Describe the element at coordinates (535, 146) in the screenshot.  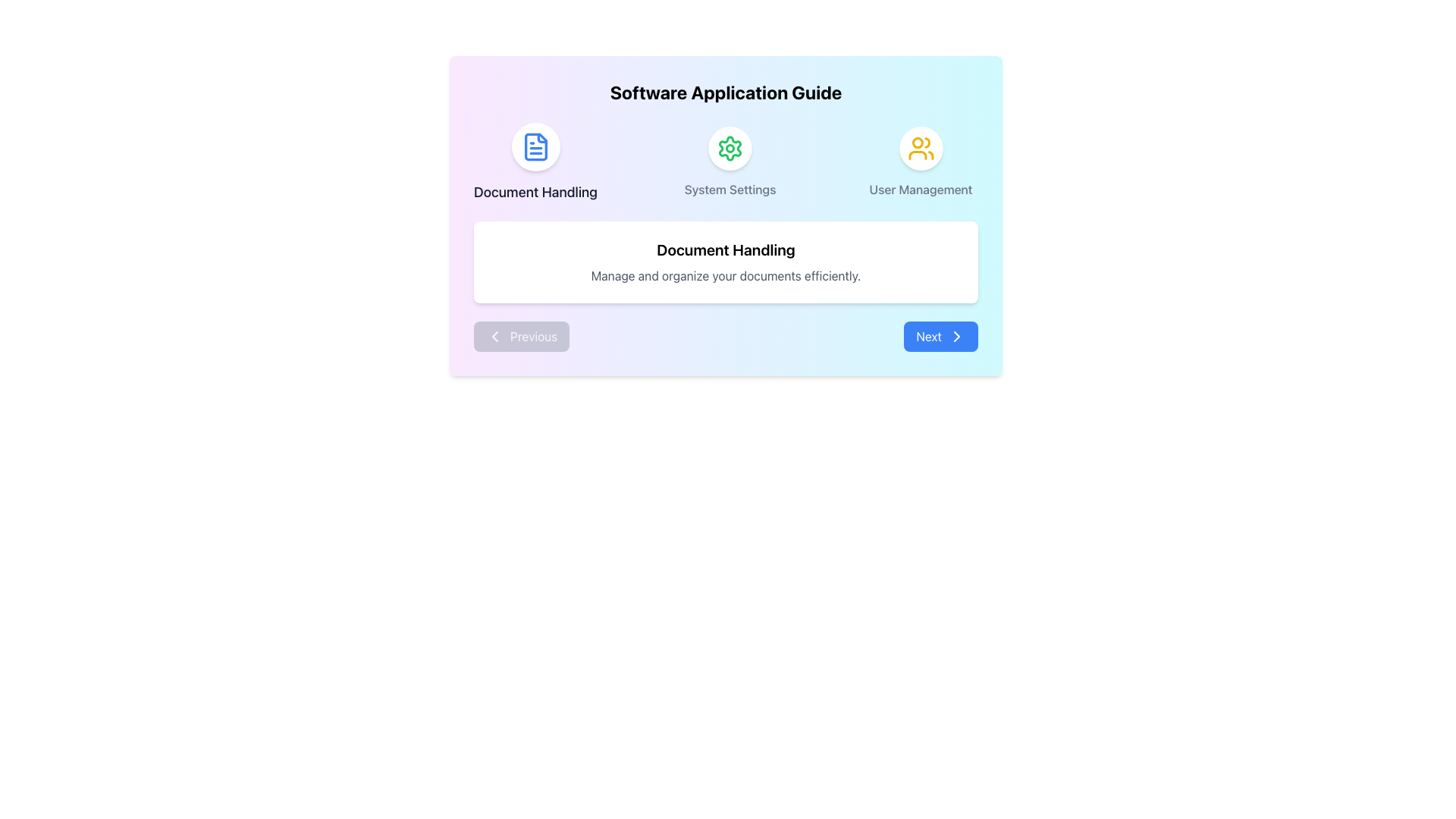
I see `the blue document icon with text lines and a folded corner, which is located in the top-left section of the interface above the 'Document Handling' text` at that location.